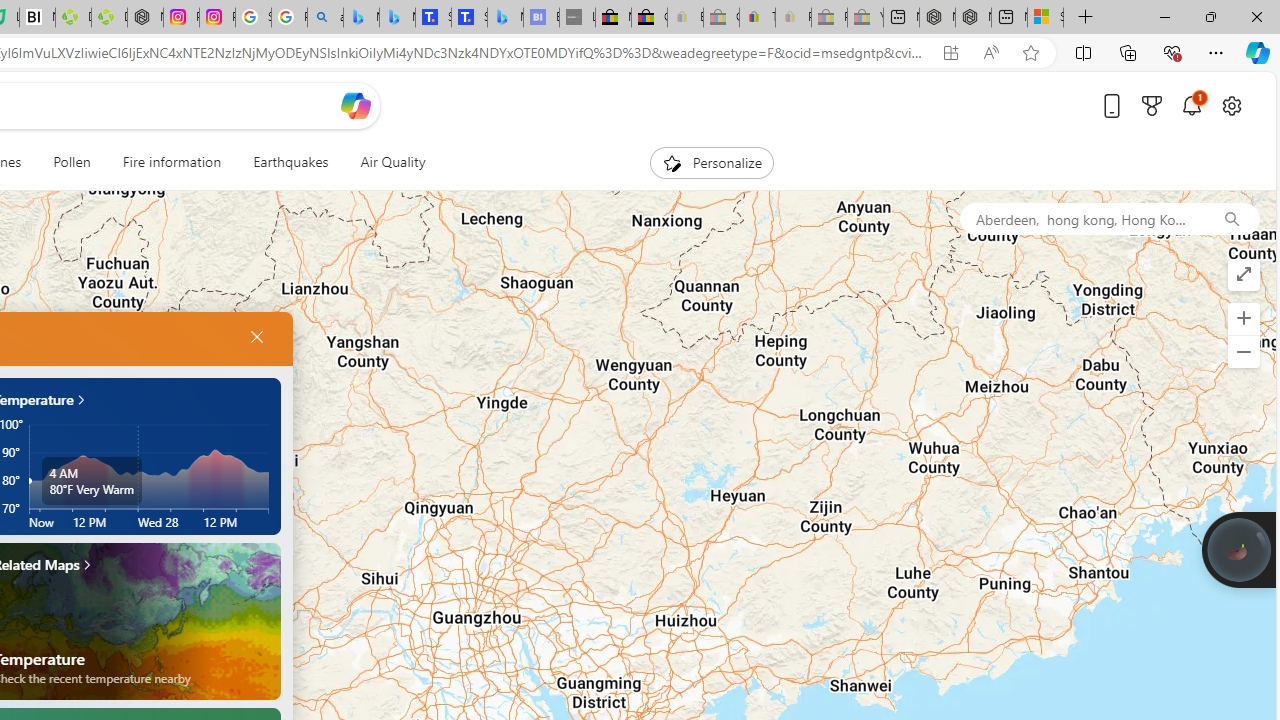 The width and height of the screenshot is (1280, 720). What do you see at coordinates (72, 162) in the screenshot?
I see `'Pollen'` at bounding box center [72, 162].